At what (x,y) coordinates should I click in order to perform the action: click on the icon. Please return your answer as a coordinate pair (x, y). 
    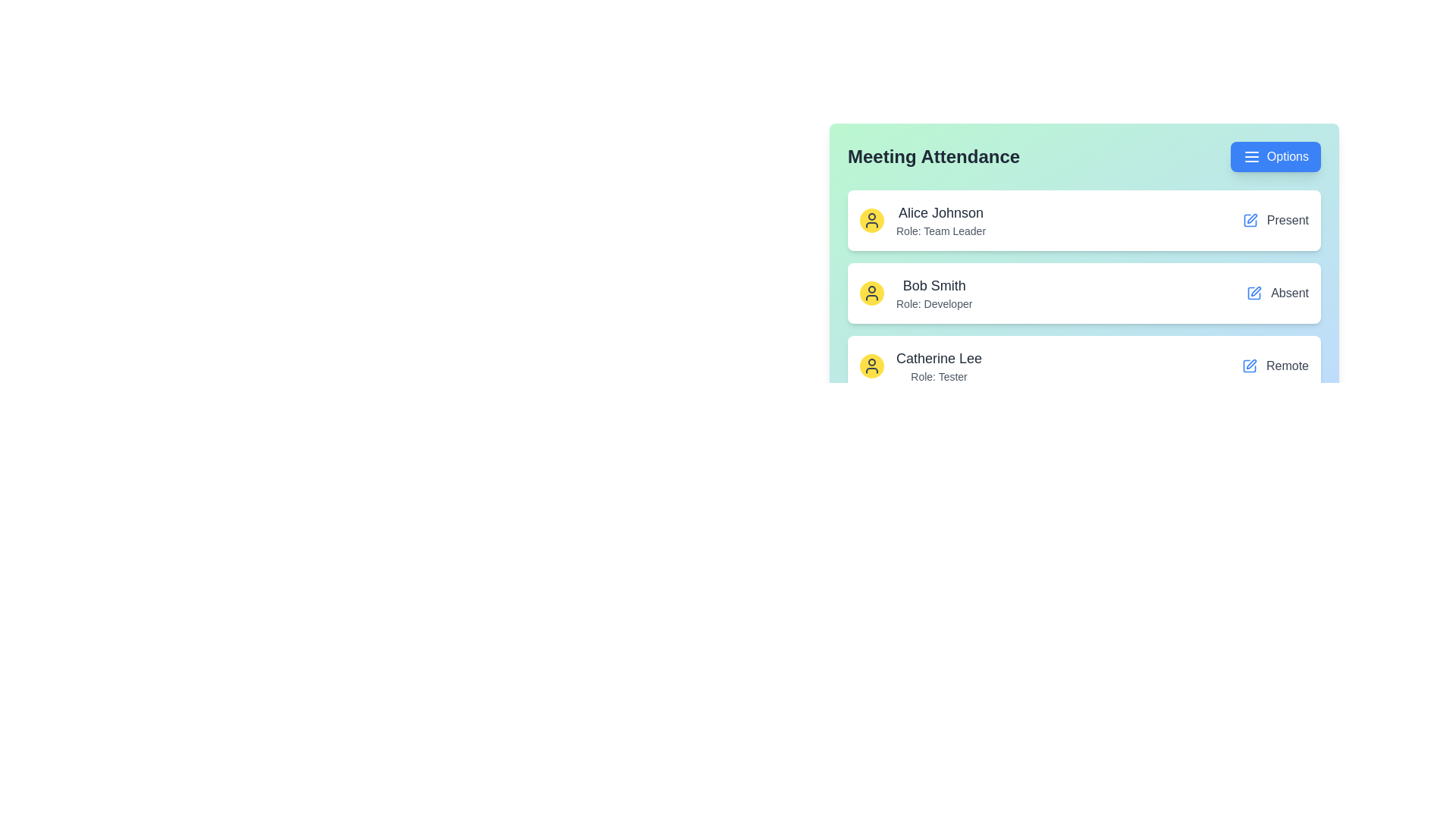
    Looking at the image, I should click on (1251, 157).